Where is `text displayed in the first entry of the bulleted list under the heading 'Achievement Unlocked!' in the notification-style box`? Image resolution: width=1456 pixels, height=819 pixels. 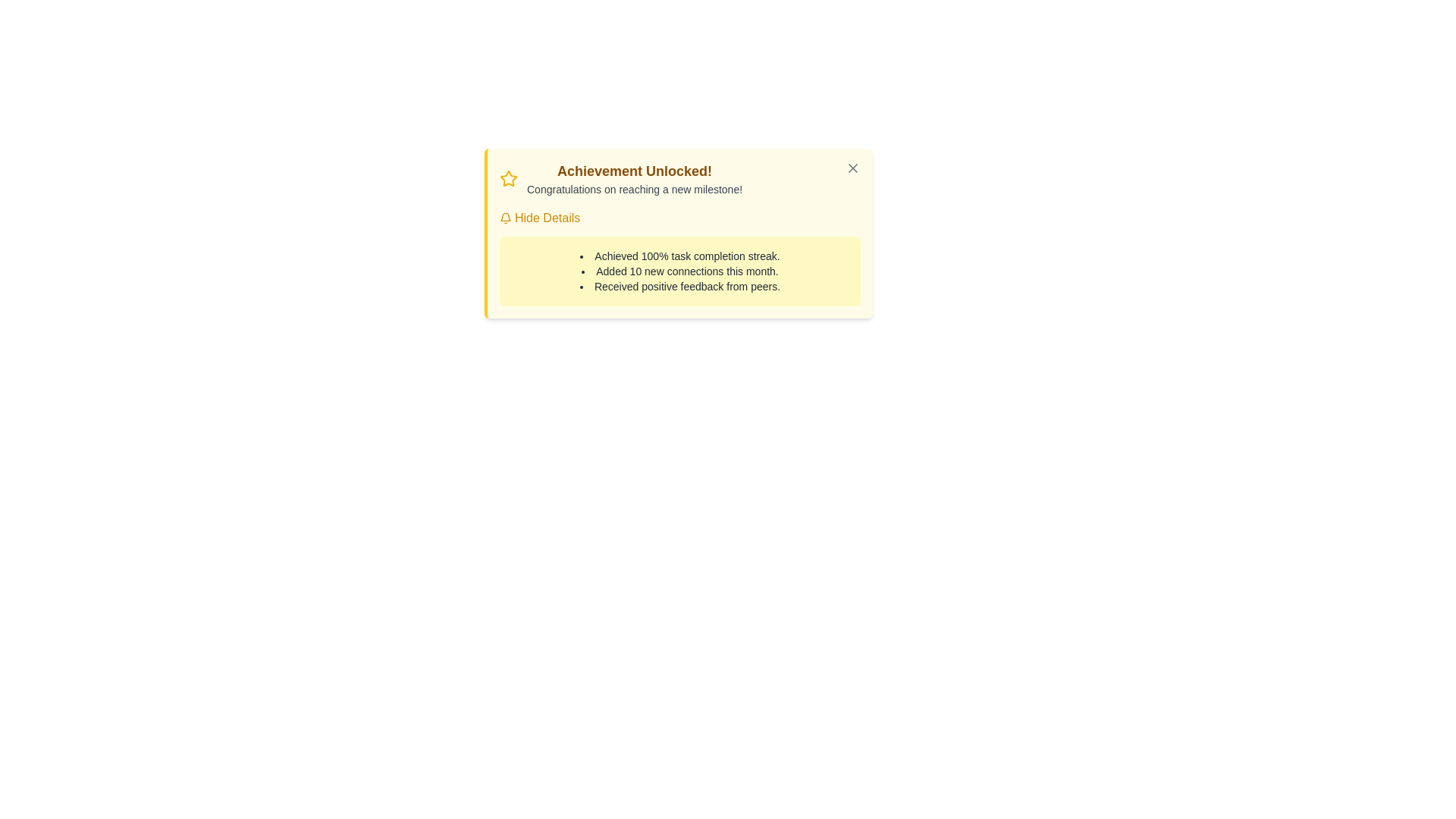 text displayed in the first entry of the bulleted list under the heading 'Achievement Unlocked!' in the notification-style box is located at coordinates (679, 256).